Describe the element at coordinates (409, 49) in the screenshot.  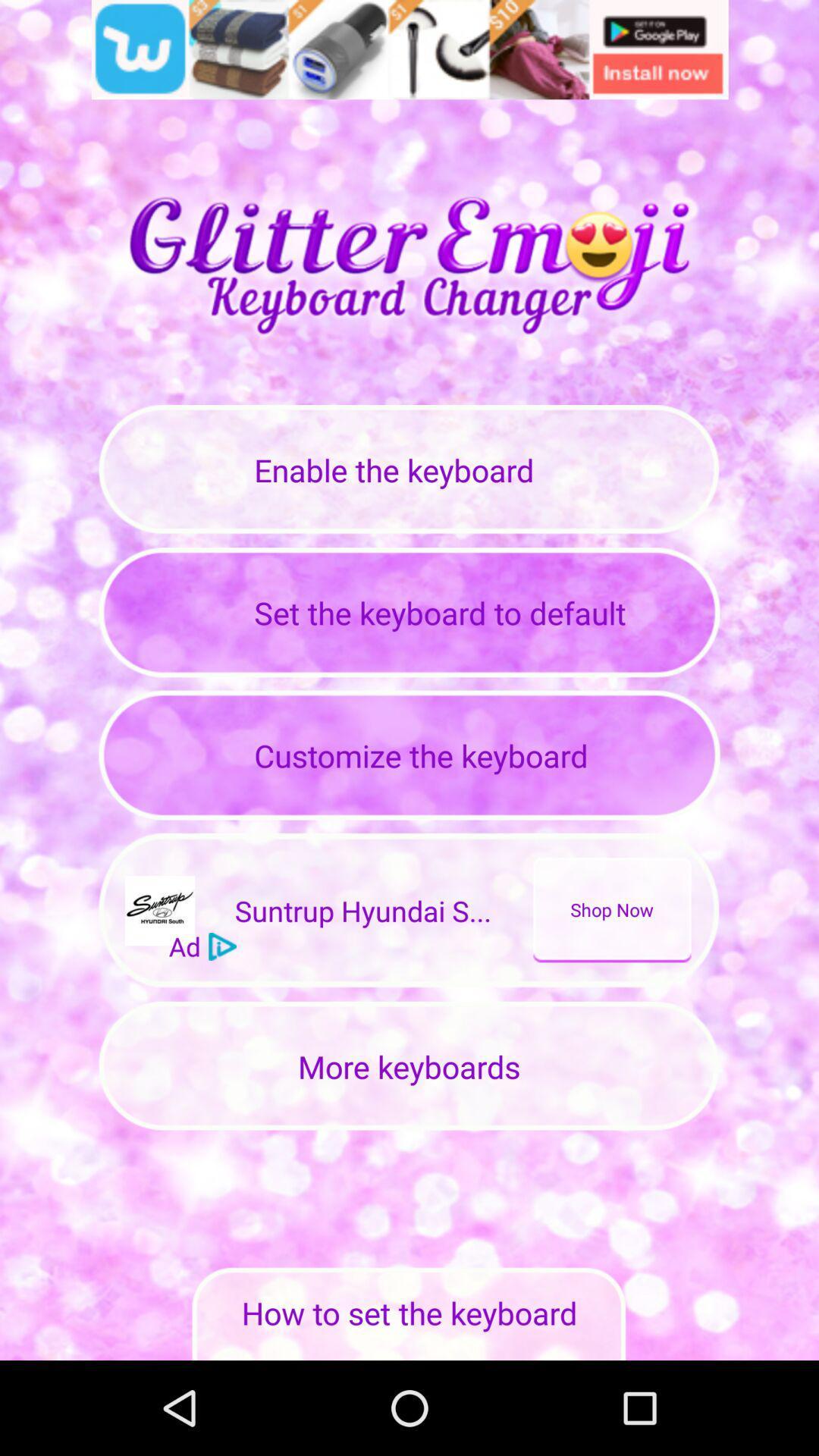
I see `click advertisement` at that location.